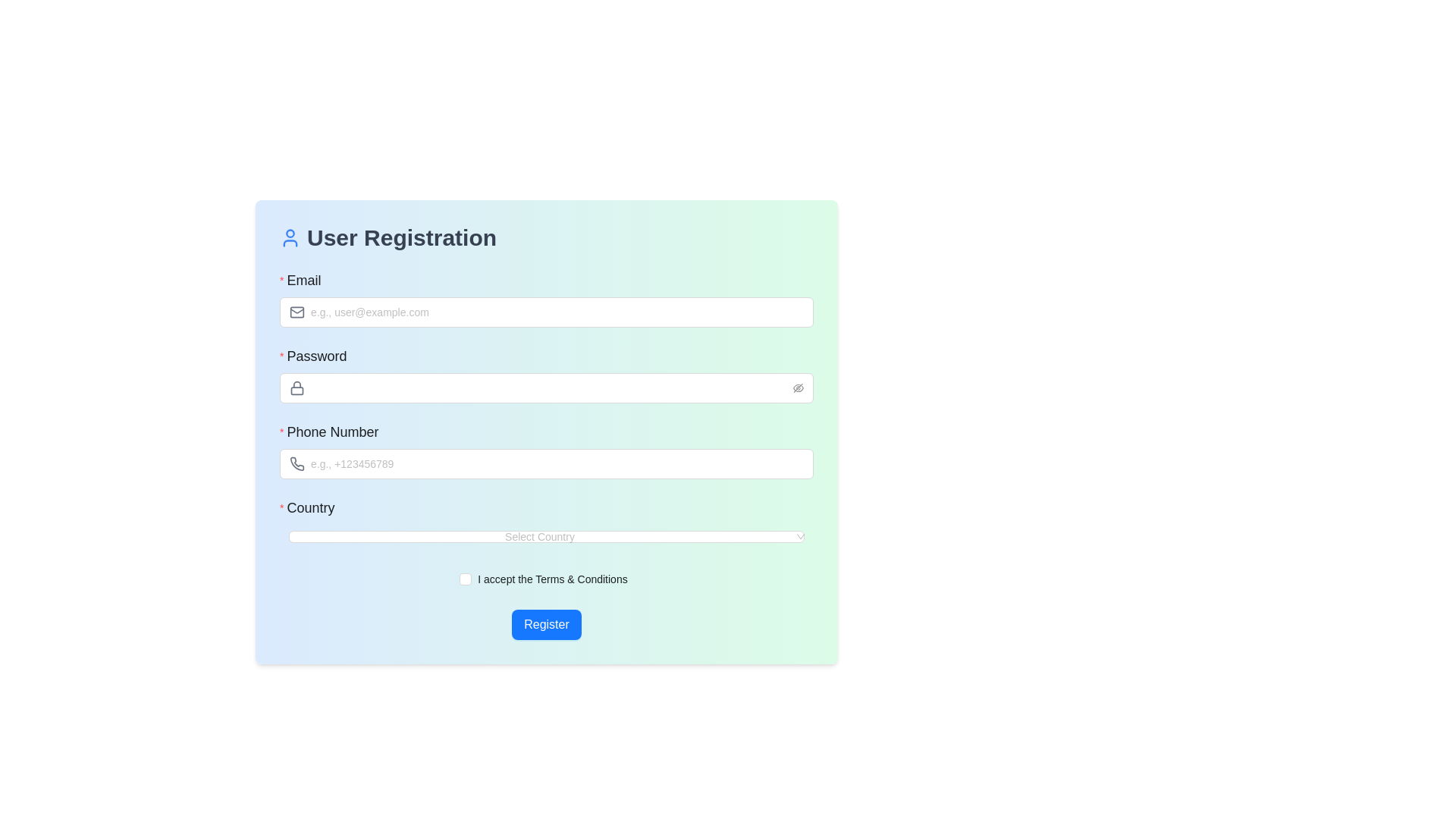  I want to click on the lower section of the user profile SVG icon, which is a blue-bordered outline located in the top-left corner of the registration card above the 'User Registration' heading, so click(290, 242).